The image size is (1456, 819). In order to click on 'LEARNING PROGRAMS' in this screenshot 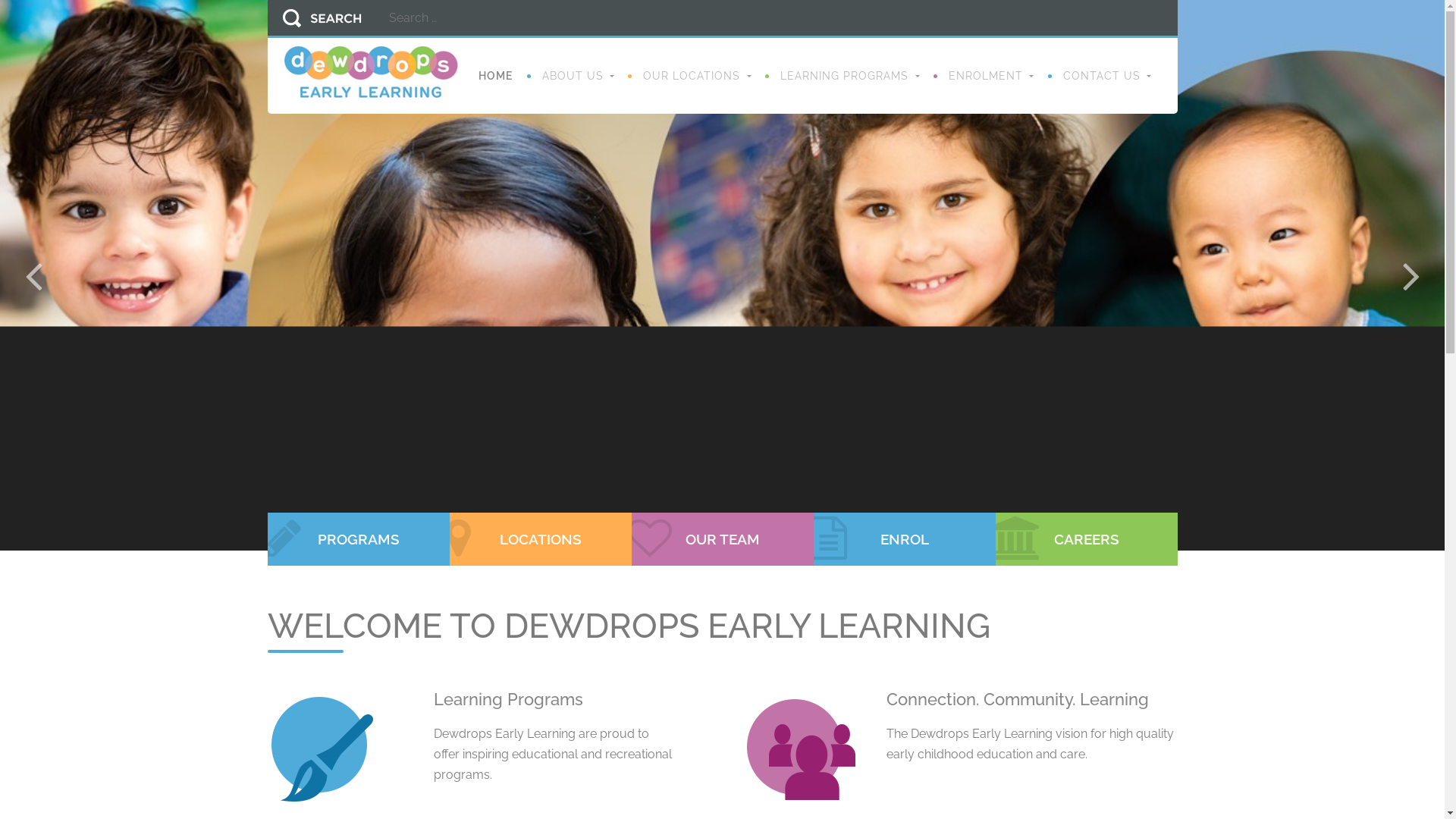, I will do `click(849, 76)`.